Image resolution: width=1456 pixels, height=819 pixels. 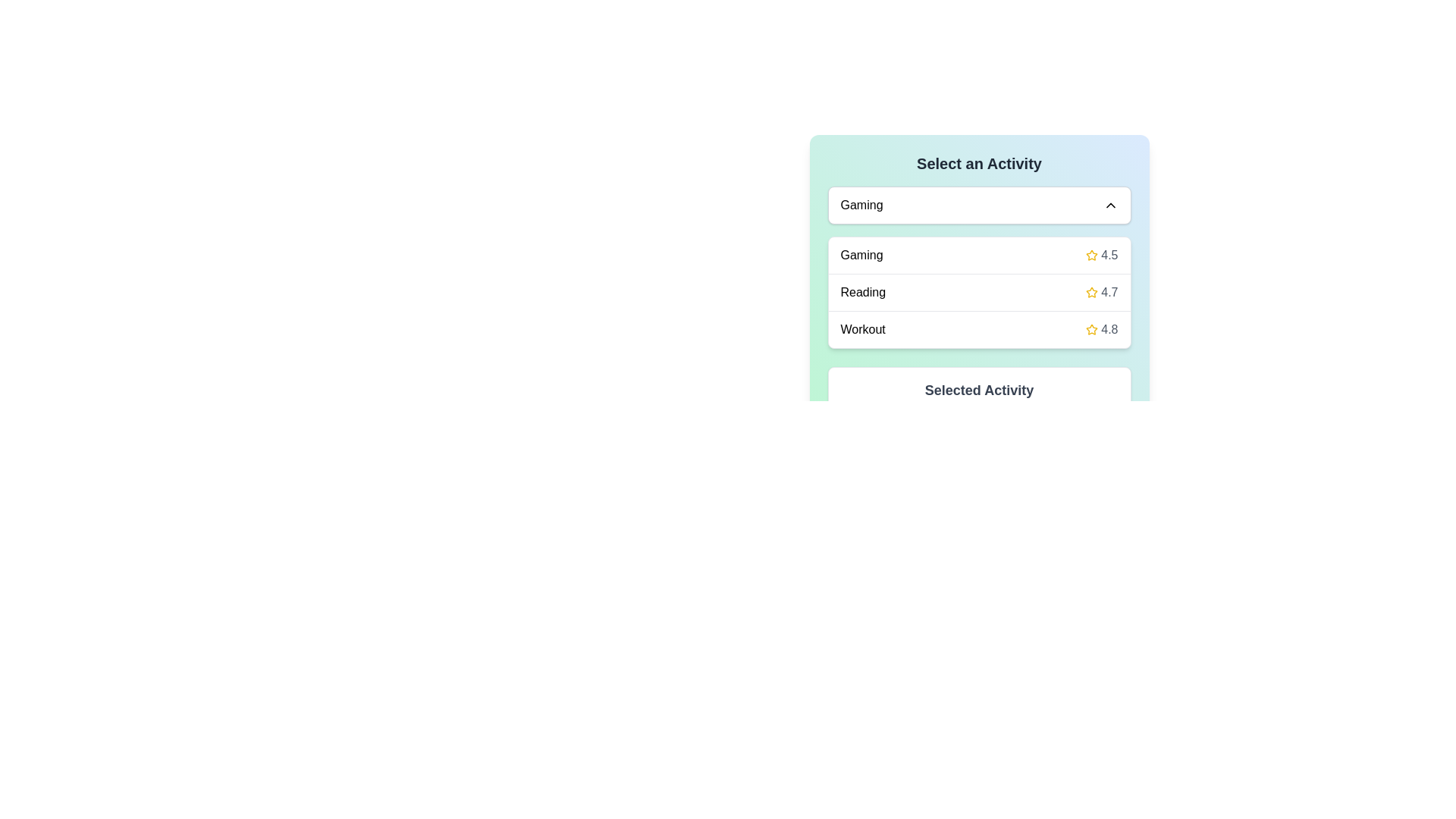 What do you see at coordinates (979, 292) in the screenshot?
I see `the second list item labeled 'Reading' with a rating of 4.7` at bounding box center [979, 292].